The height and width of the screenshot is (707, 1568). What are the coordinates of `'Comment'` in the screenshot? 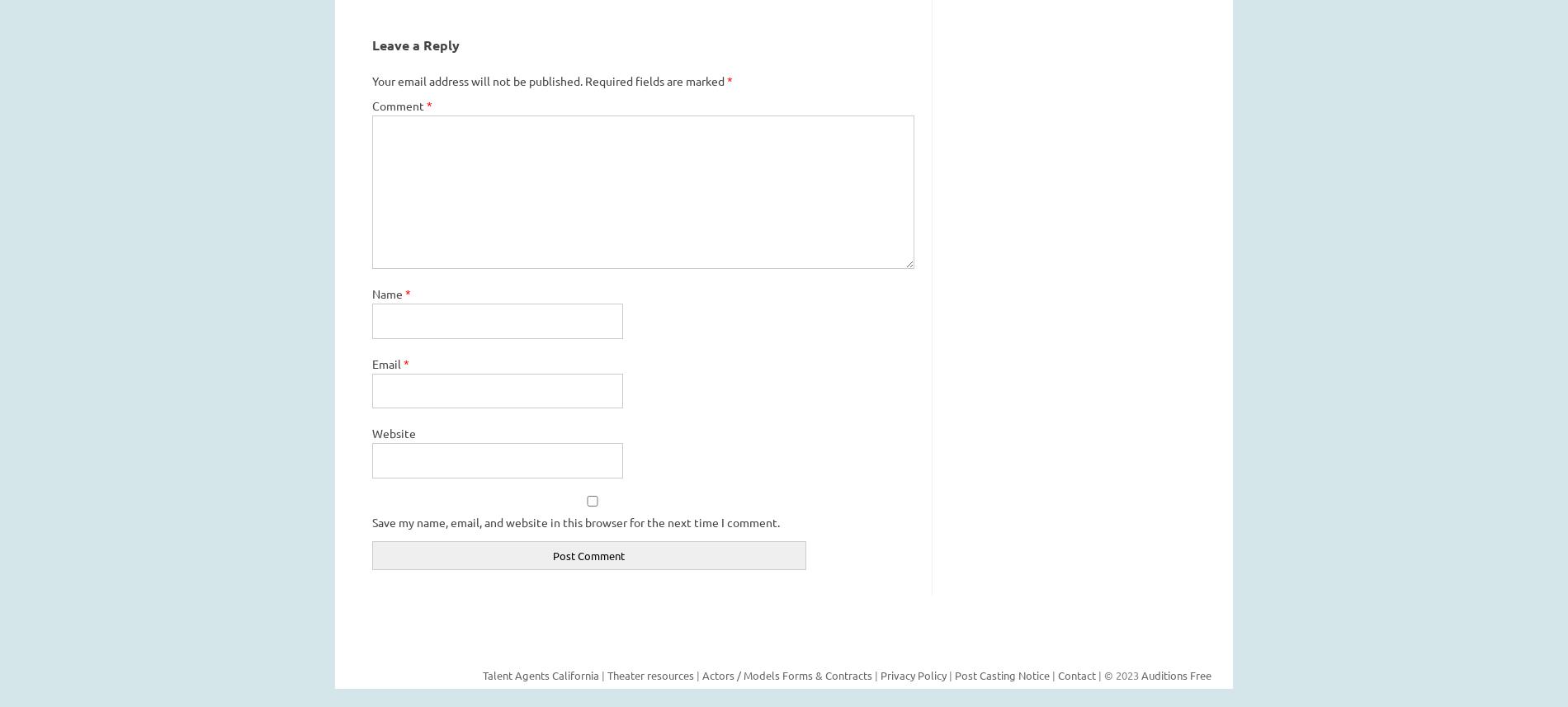 It's located at (398, 104).